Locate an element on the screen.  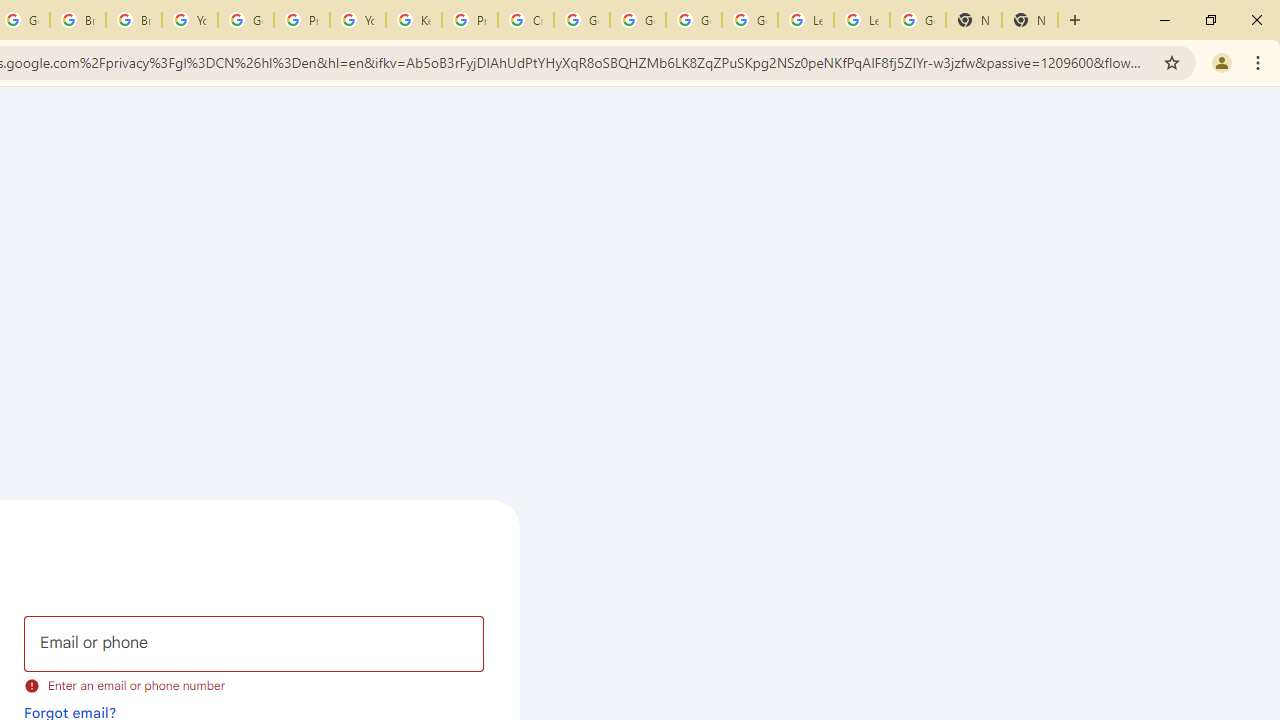
'Google Account Help' is located at coordinates (244, 20).